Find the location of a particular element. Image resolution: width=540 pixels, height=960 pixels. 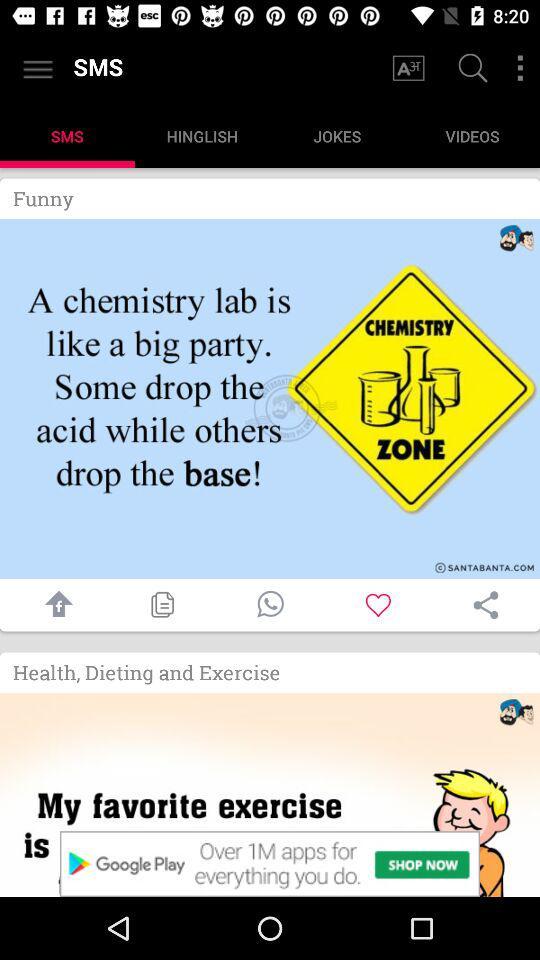

share this is located at coordinates (485, 604).